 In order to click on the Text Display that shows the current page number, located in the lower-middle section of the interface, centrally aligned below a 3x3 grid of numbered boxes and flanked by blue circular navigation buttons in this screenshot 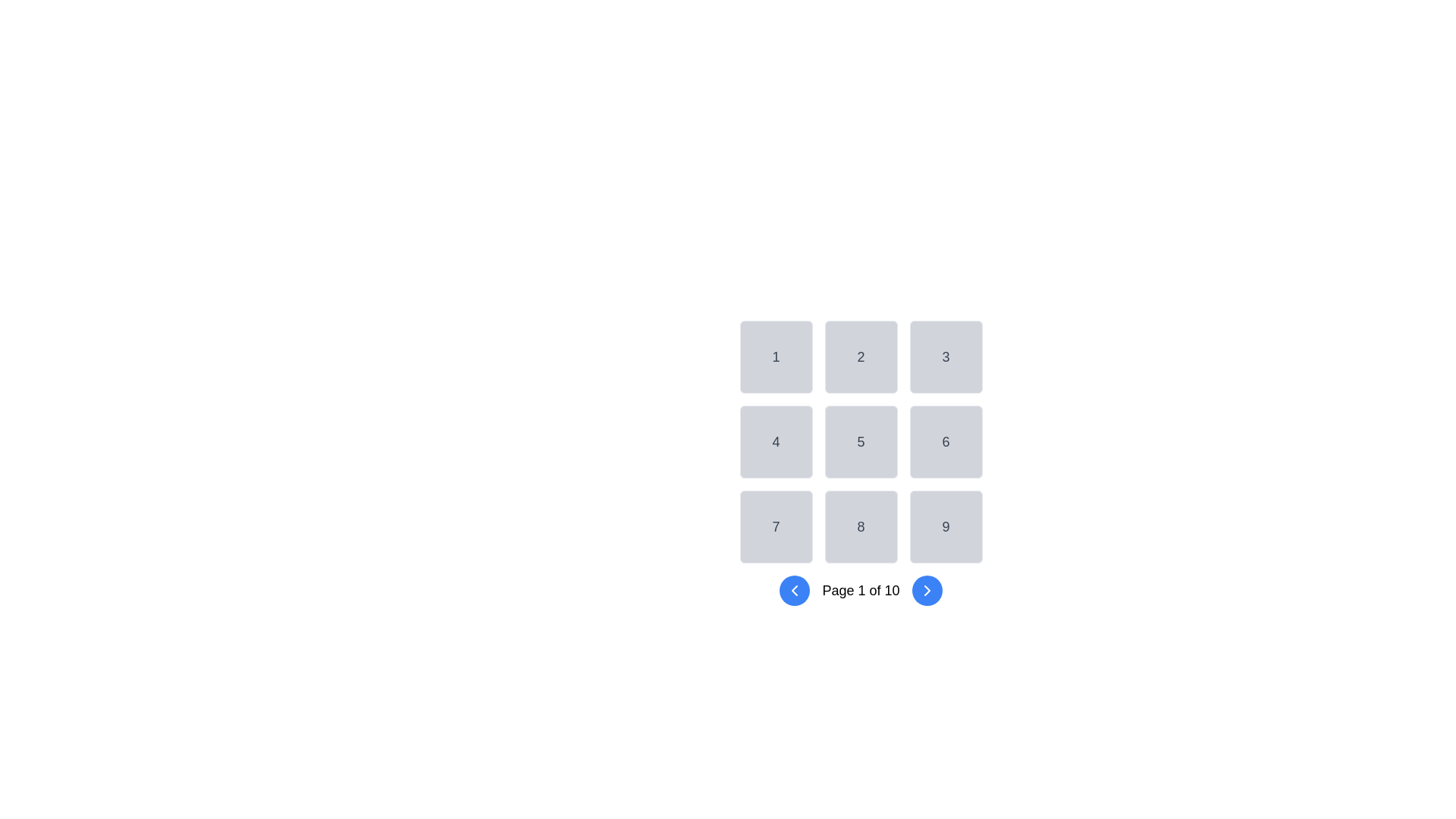, I will do `click(861, 590)`.